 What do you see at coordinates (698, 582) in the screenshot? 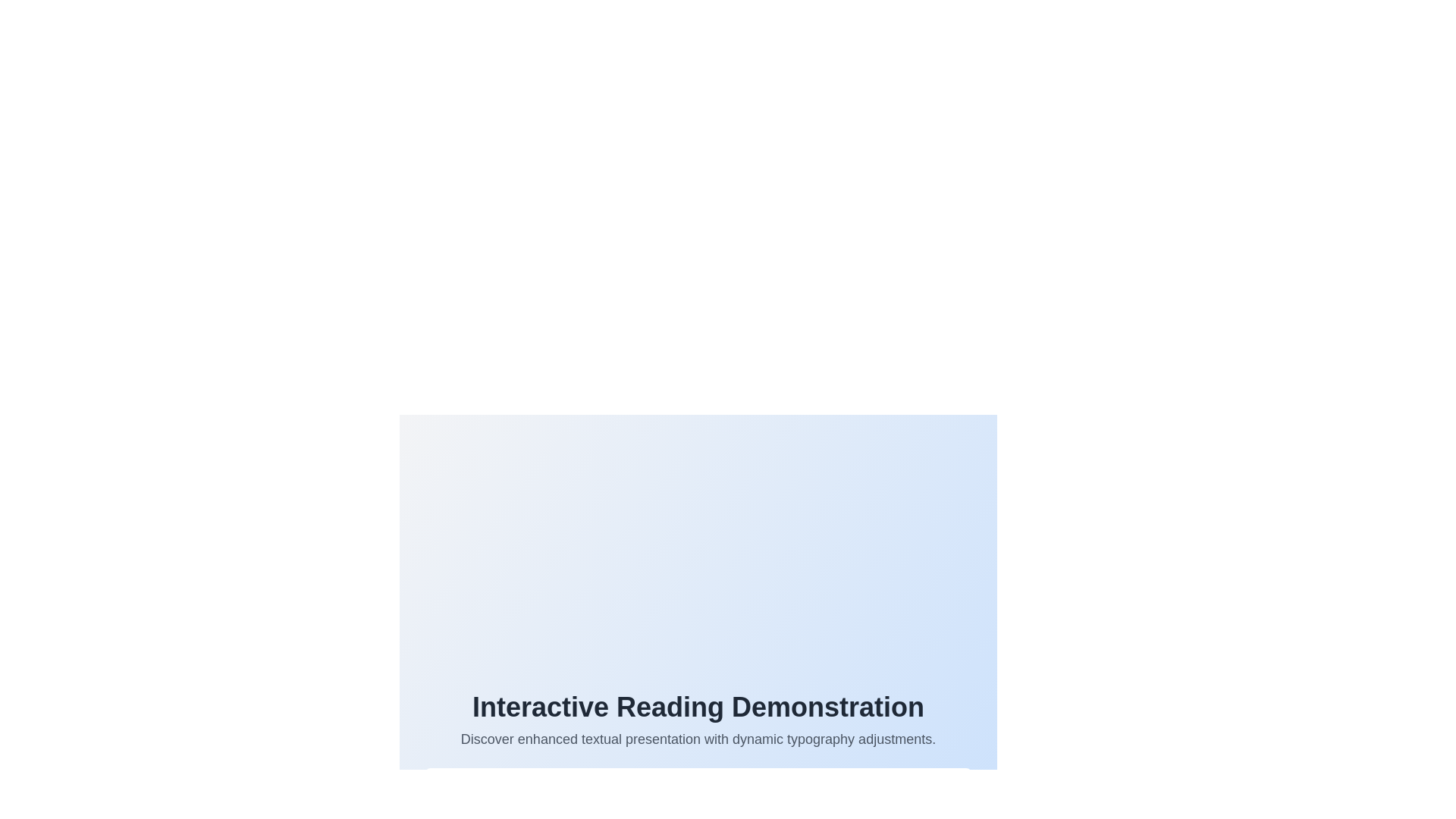
I see `the informational section with the title 'Interactive Reading Demonstration' to potentially reveal additional information` at bounding box center [698, 582].